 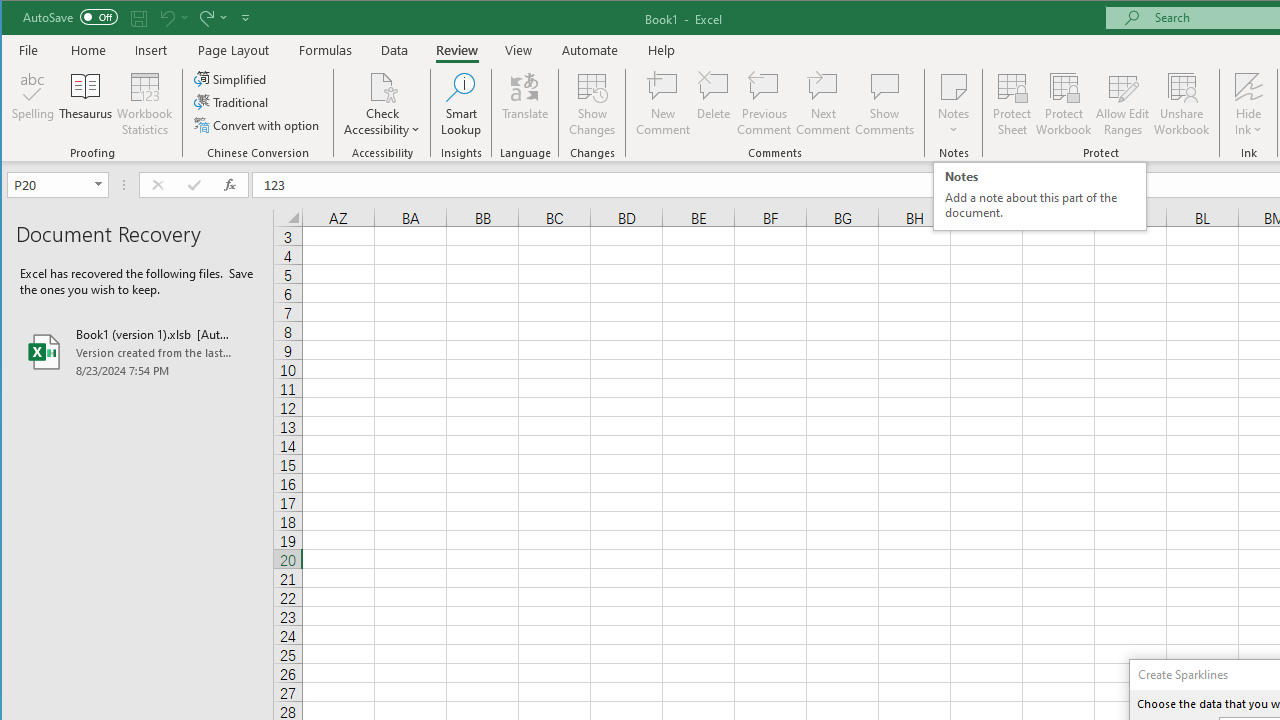 I want to click on 'Spelling...', so click(x=33, y=104).